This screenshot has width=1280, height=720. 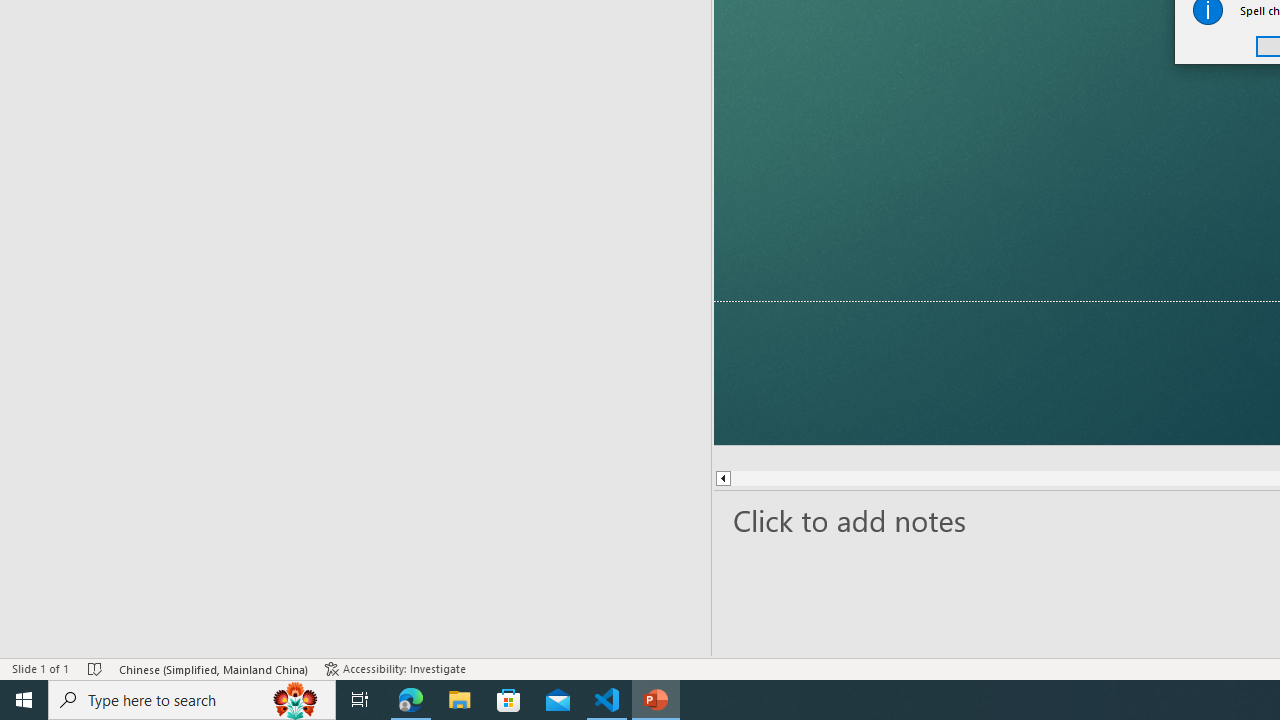 I want to click on 'Microsoft Edge - 1 running window', so click(x=410, y=698).